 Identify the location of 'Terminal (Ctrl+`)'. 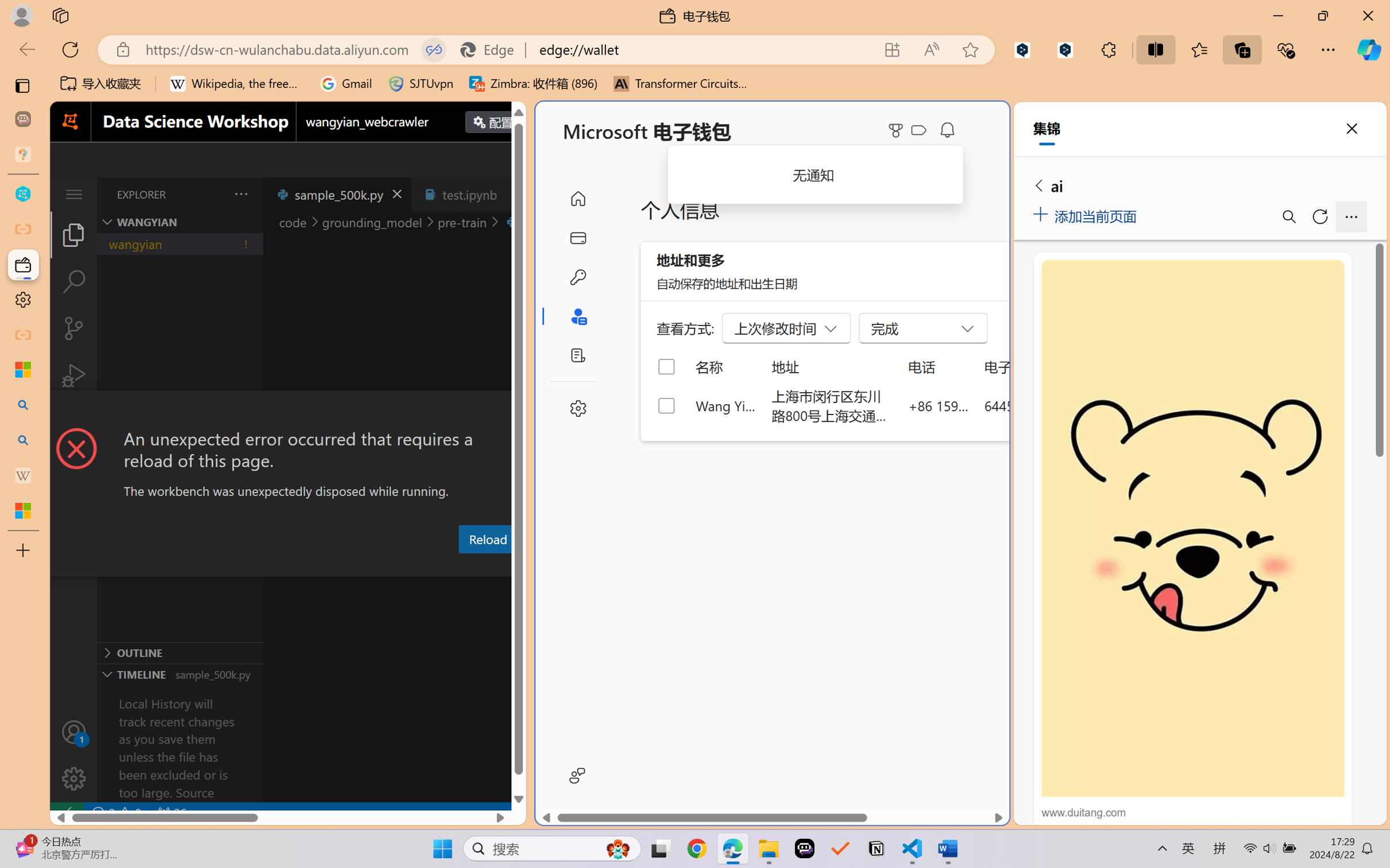
(554, 566).